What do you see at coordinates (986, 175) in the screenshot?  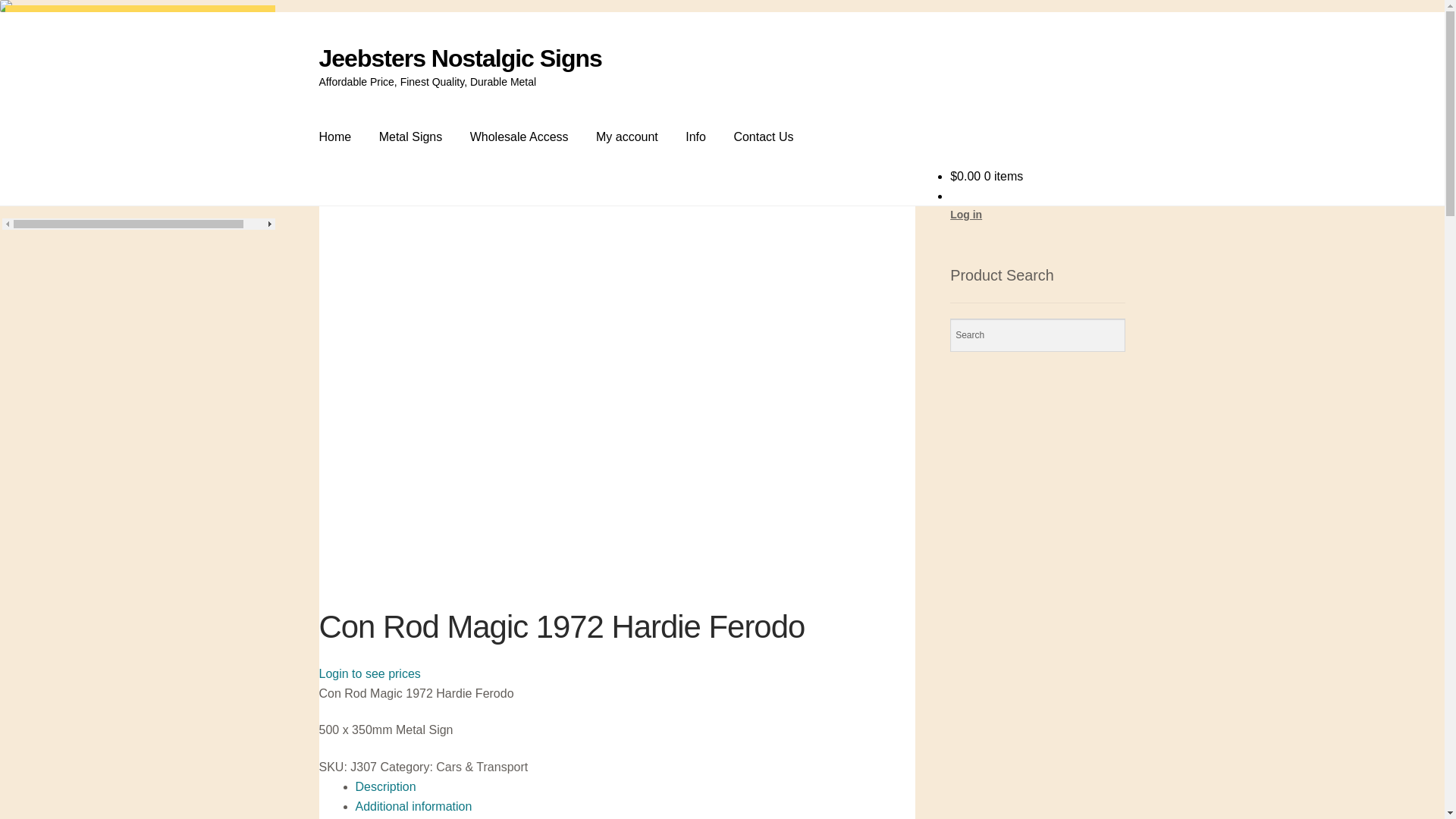 I see `'$0.00 0 items'` at bounding box center [986, 175].